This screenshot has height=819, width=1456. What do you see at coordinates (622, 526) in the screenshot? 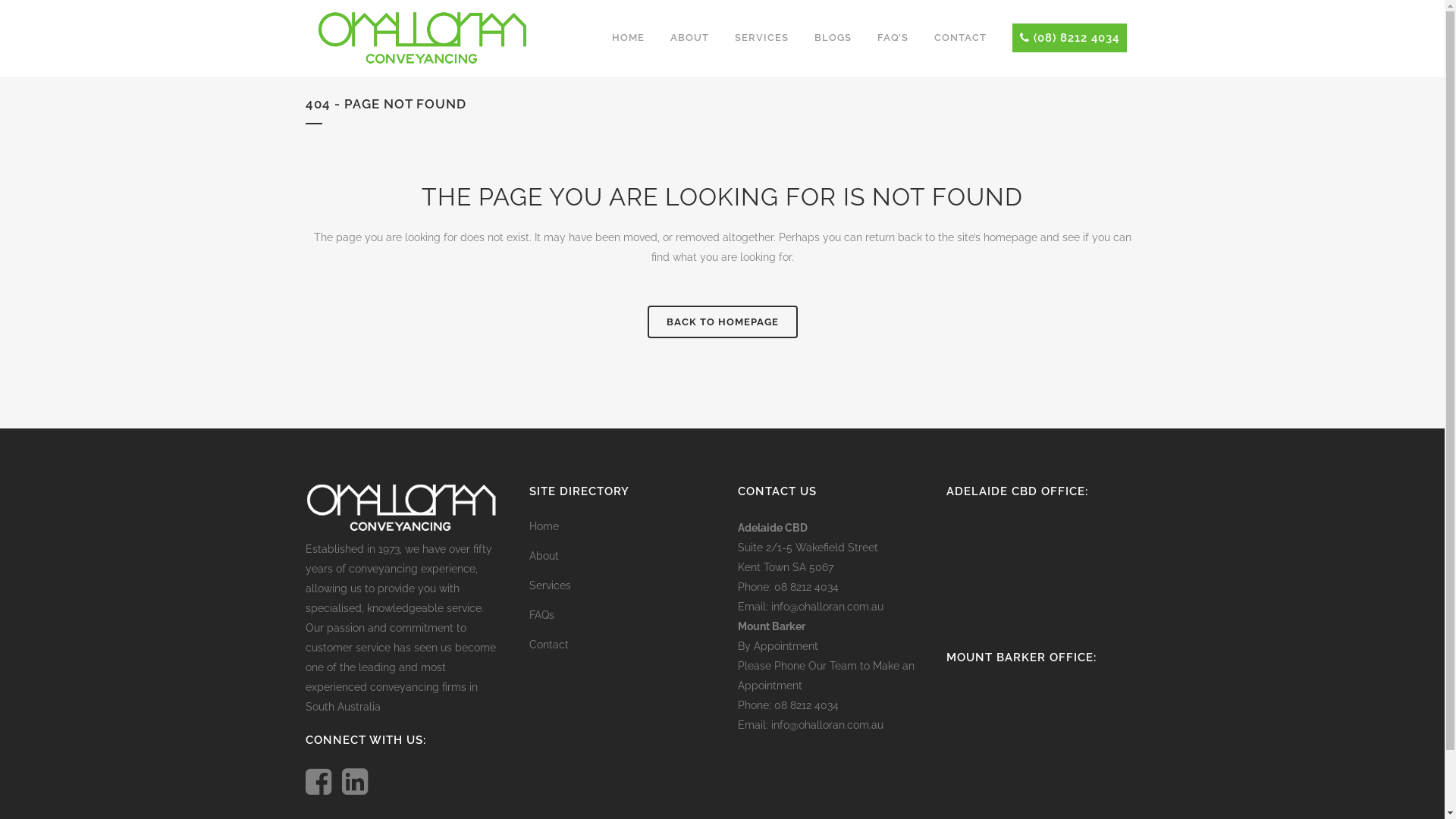
I see `'Home'` at bounding box center [622, 526].